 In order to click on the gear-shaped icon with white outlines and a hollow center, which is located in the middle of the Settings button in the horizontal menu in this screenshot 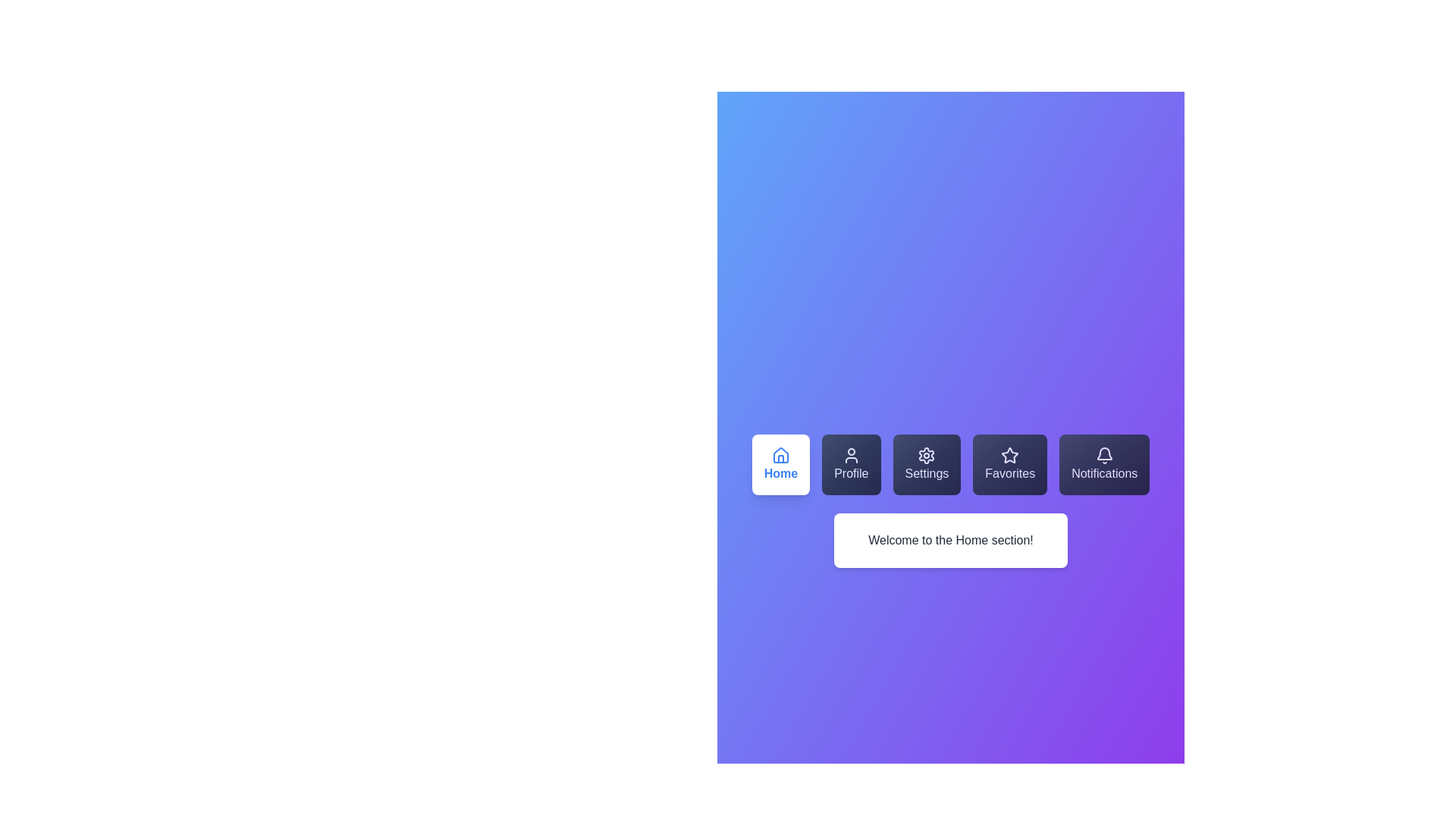, I will do `click(926, 455)`.